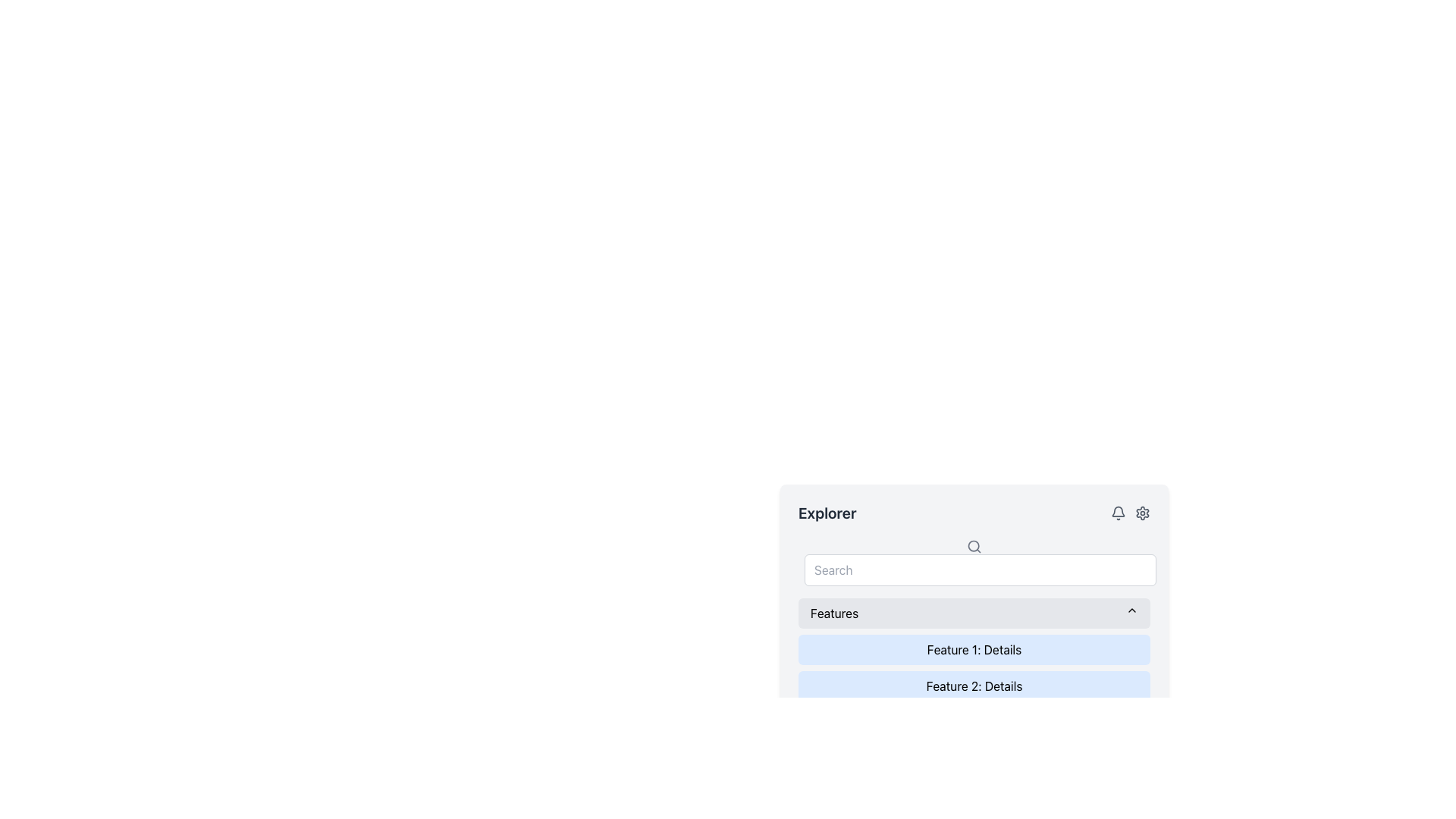 The width and height of the screenshot is (1456, 819). What do you see at coordinates (974, 686) in the screenshot?
I see `the 'Feature 2' button, which is the second clickable item under the 'Features' label` at bounding box center [974, 686].